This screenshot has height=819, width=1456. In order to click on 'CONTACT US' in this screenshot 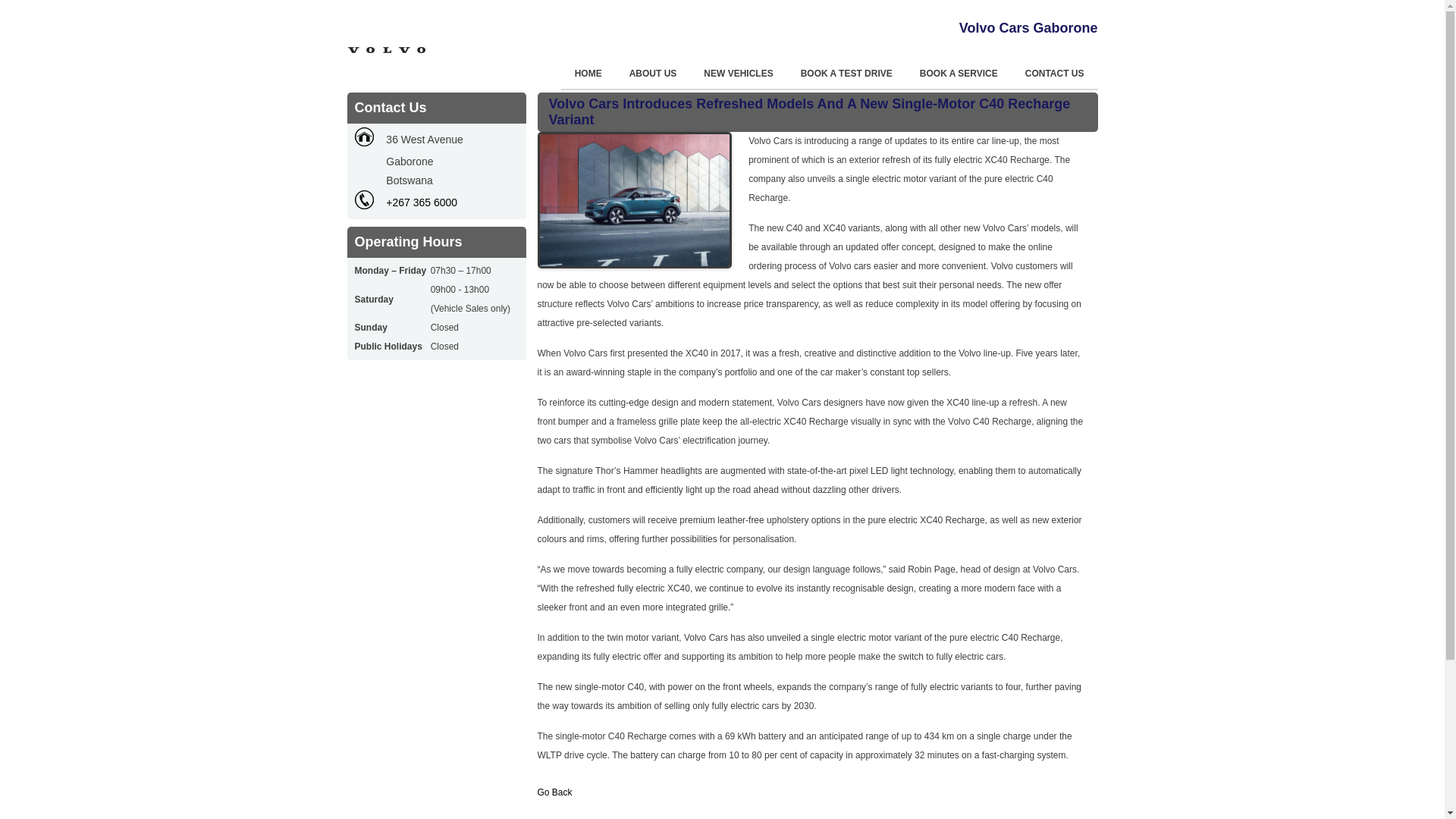, I will do `click(1012, 74)`.